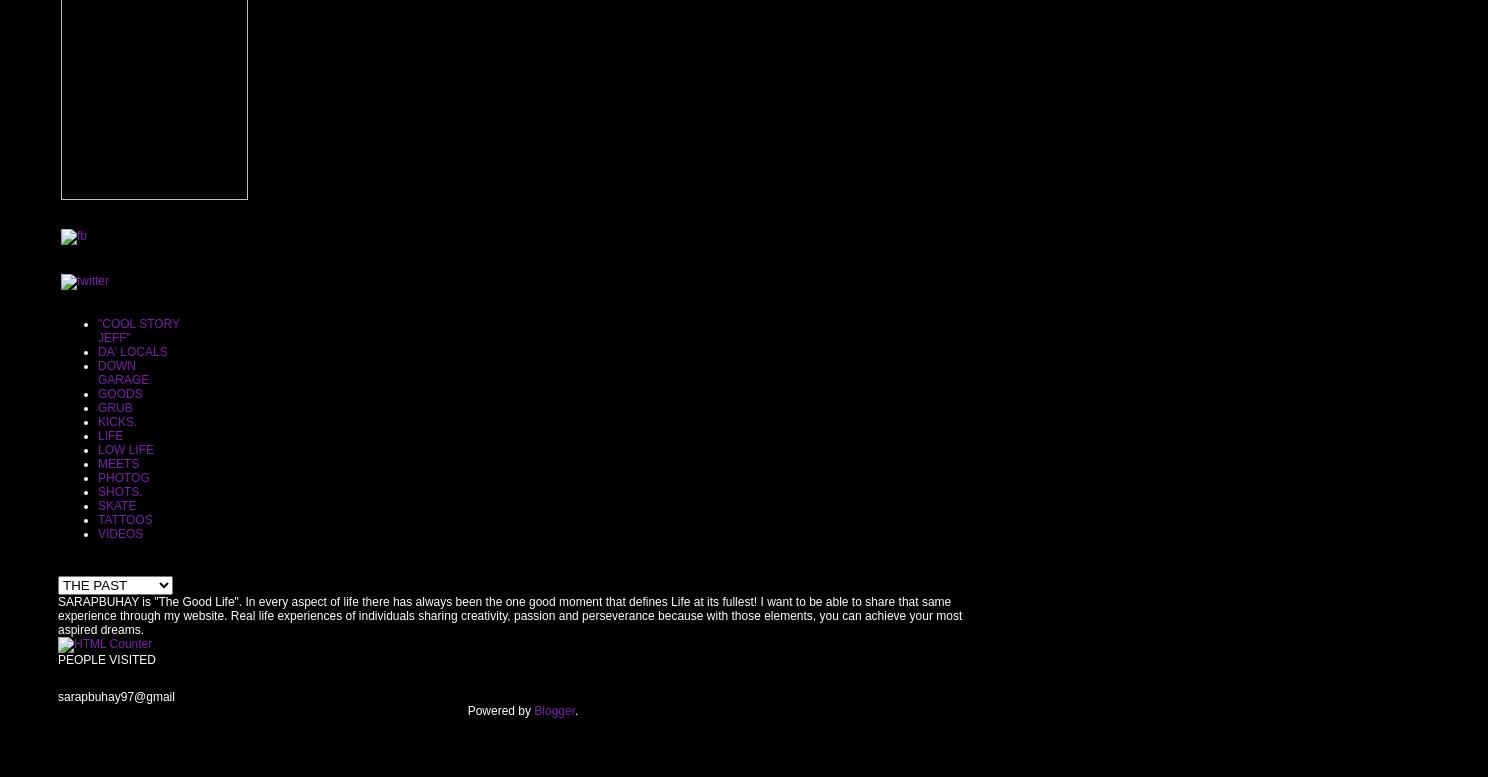  I want to click on 'DOWN GARAGE.', so click(97, 372).